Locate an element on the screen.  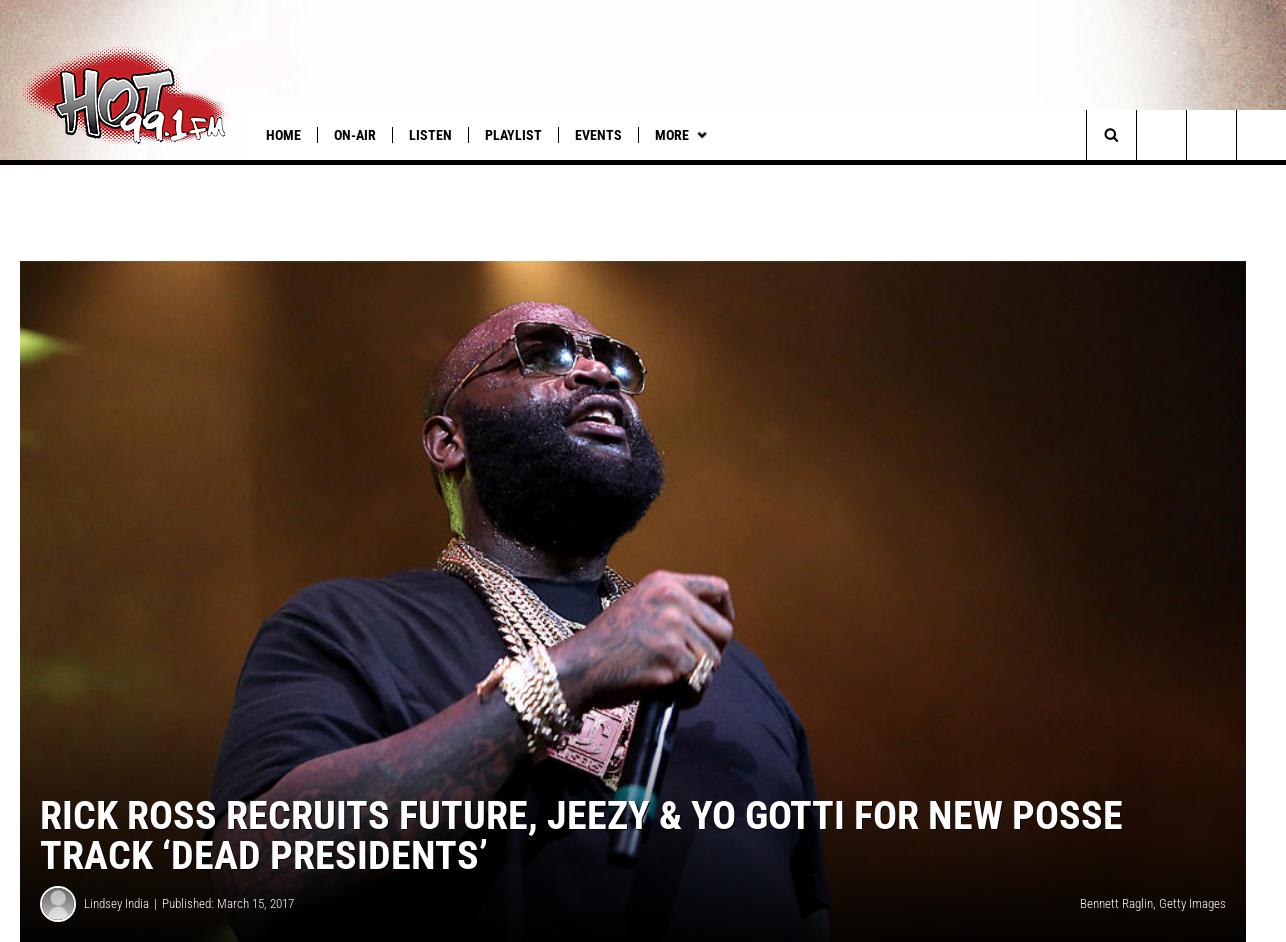
'Get the Hot 99.1 App' is located at coordinates (927, 174).